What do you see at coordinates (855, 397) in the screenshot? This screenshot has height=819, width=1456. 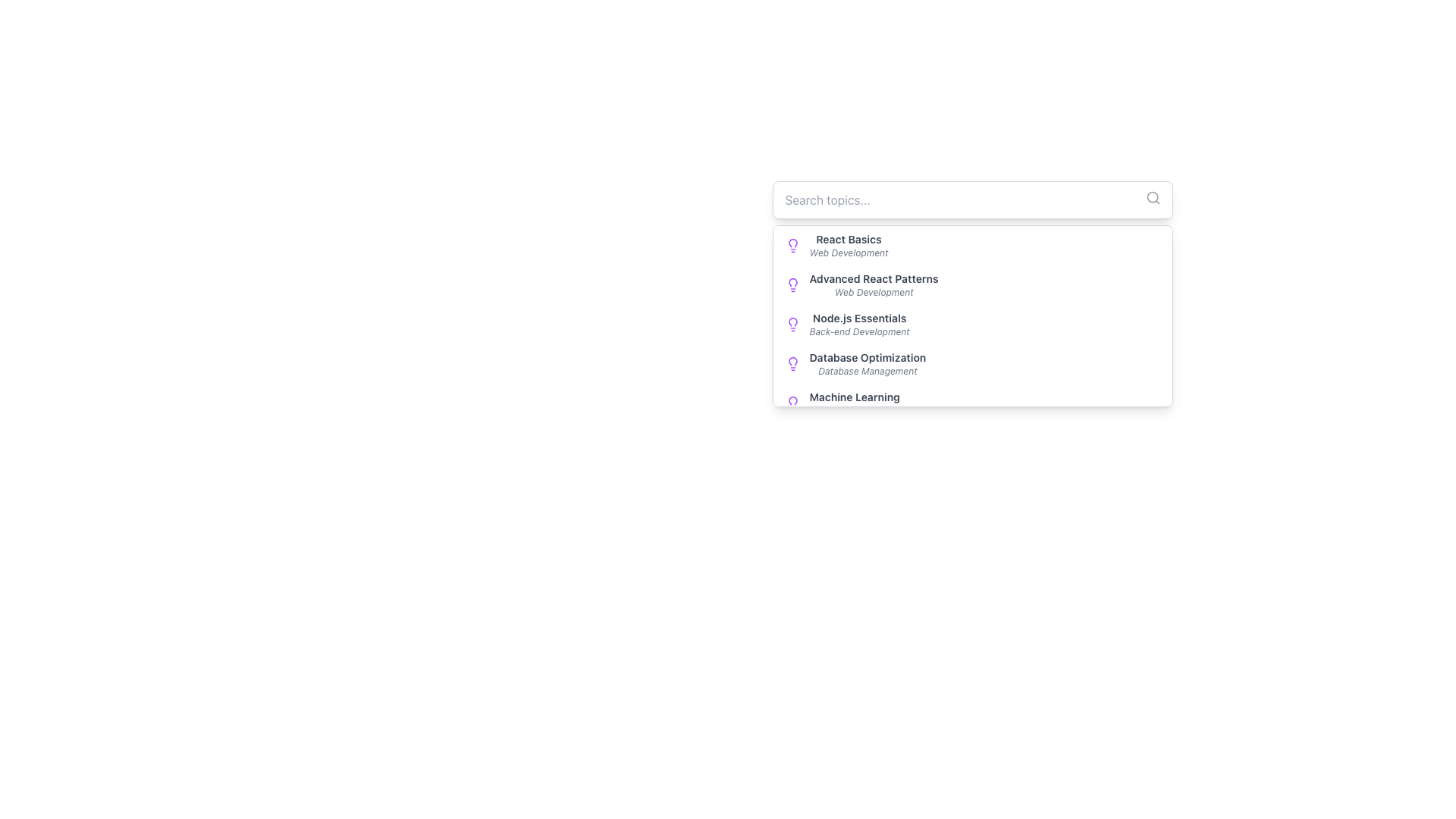 I see `the text label displaying 'Machine Learning'` at bounding box center [855, 397].